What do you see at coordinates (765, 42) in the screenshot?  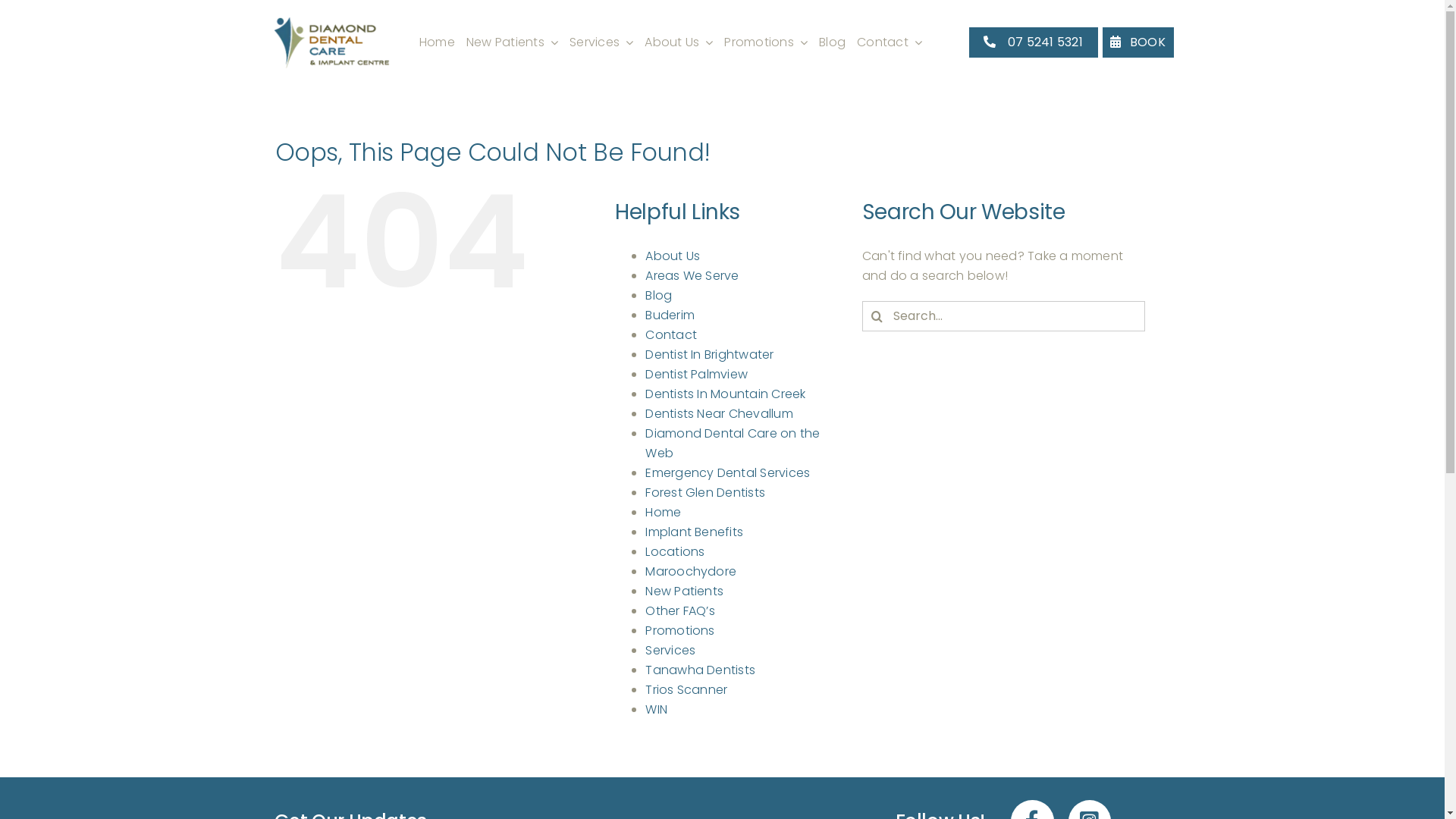 I see `'Promotions'` at bounding box center [765, 42].